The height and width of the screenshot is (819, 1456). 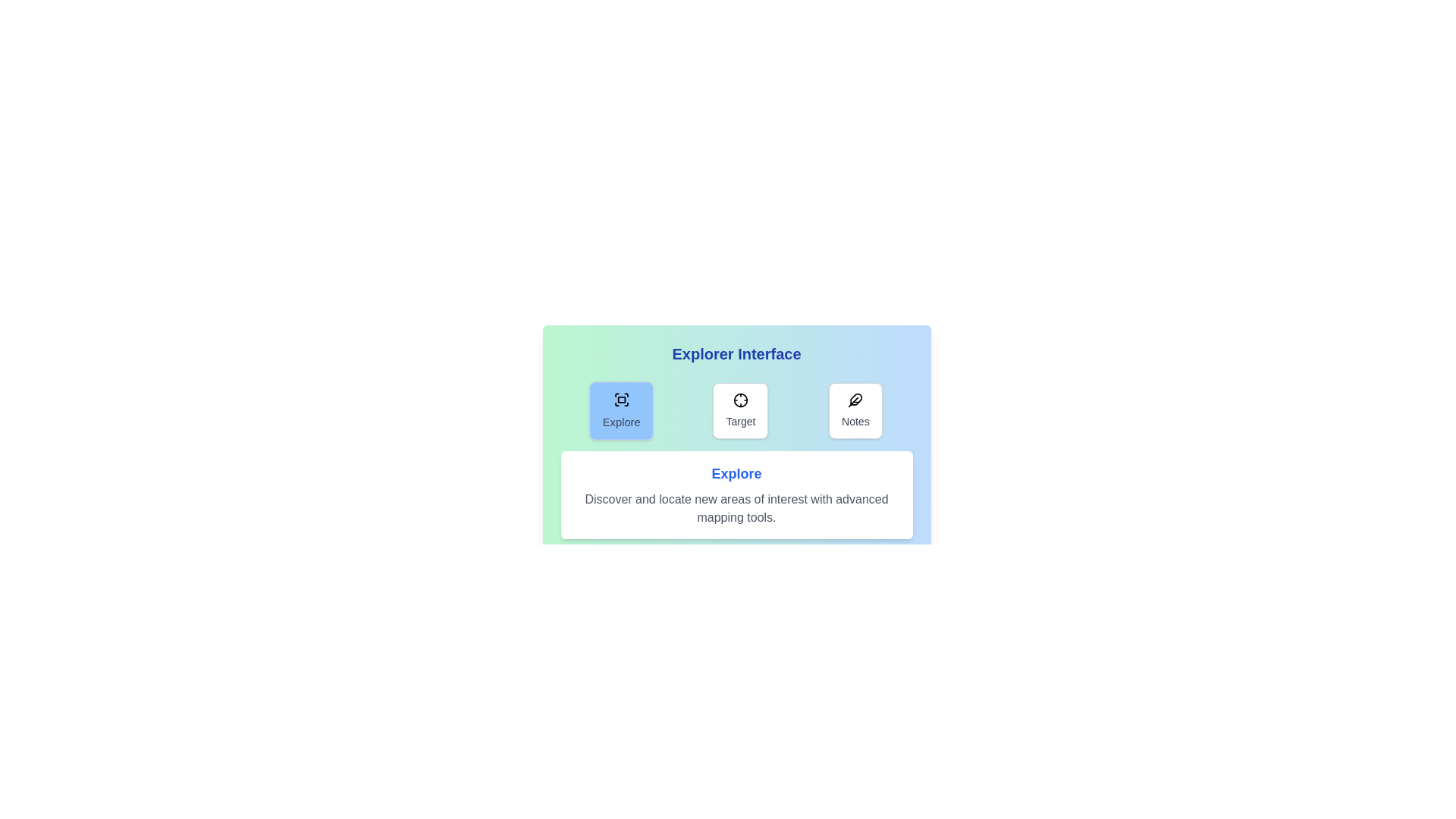 I want to click on the Target tab to view its content, so click(x=740, y=411).